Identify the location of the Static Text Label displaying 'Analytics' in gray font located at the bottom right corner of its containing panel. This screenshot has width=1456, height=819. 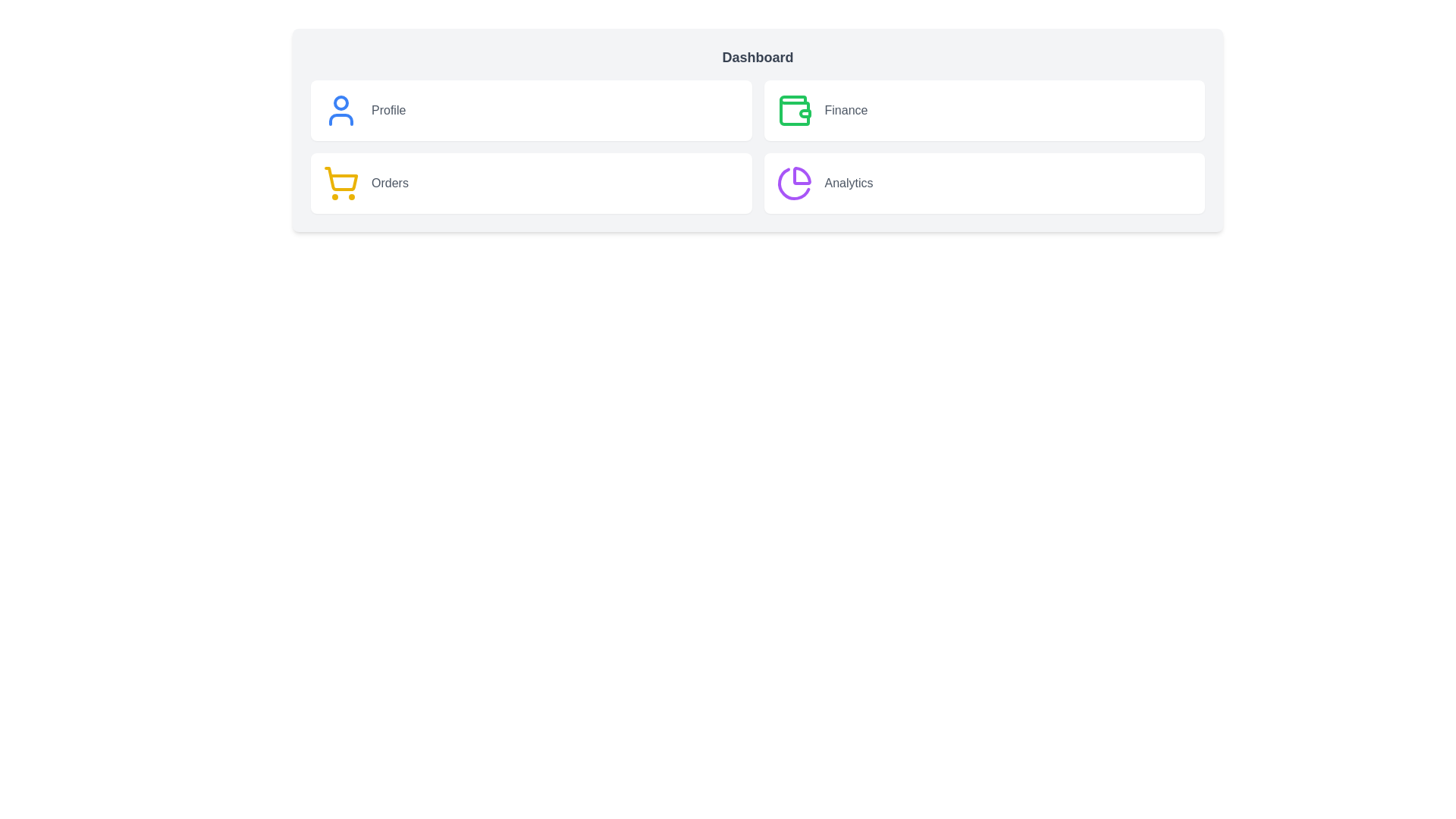
(848, 183).